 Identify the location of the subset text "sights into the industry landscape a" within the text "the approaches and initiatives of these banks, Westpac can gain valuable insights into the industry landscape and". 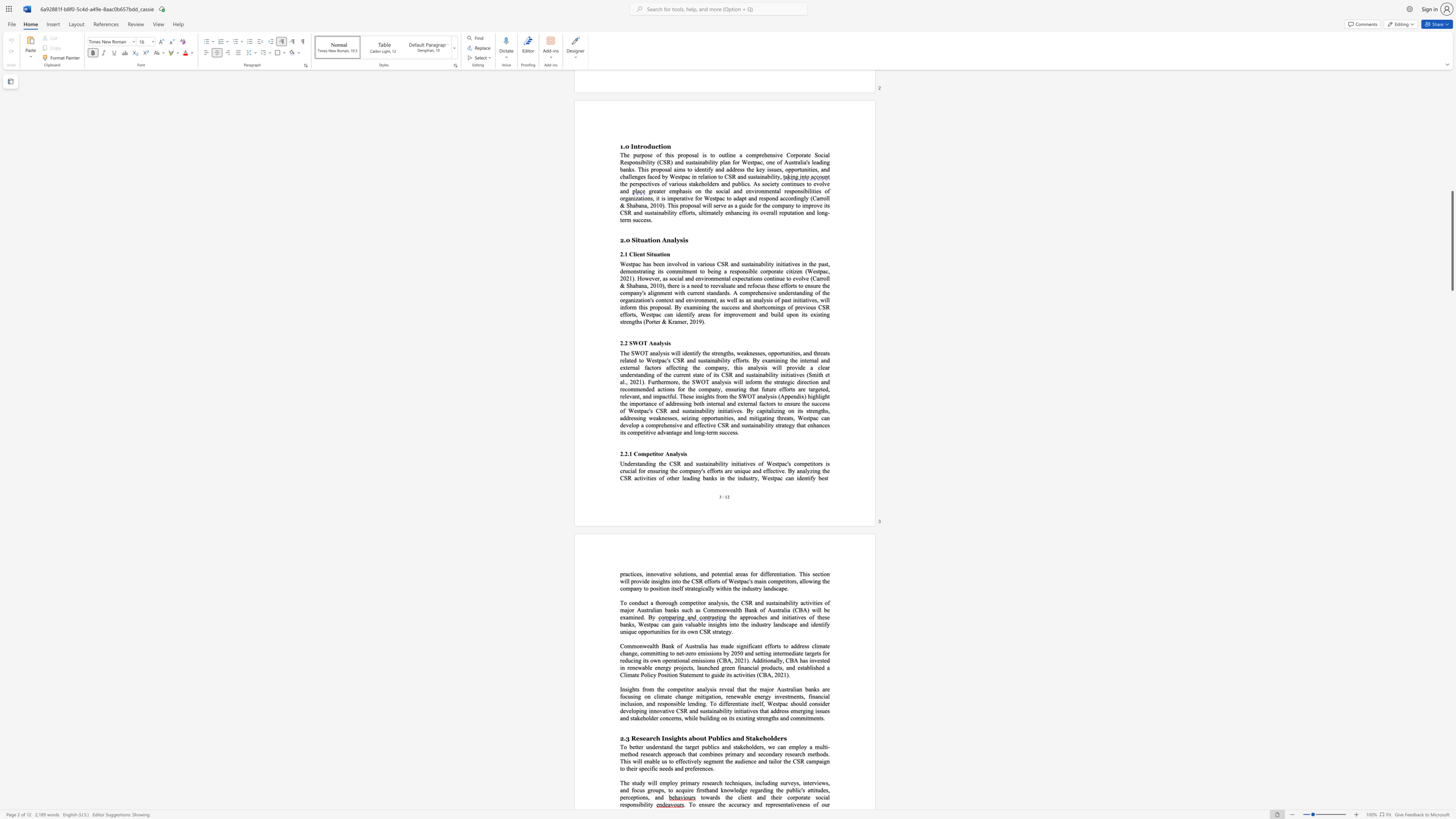
(712, 624).